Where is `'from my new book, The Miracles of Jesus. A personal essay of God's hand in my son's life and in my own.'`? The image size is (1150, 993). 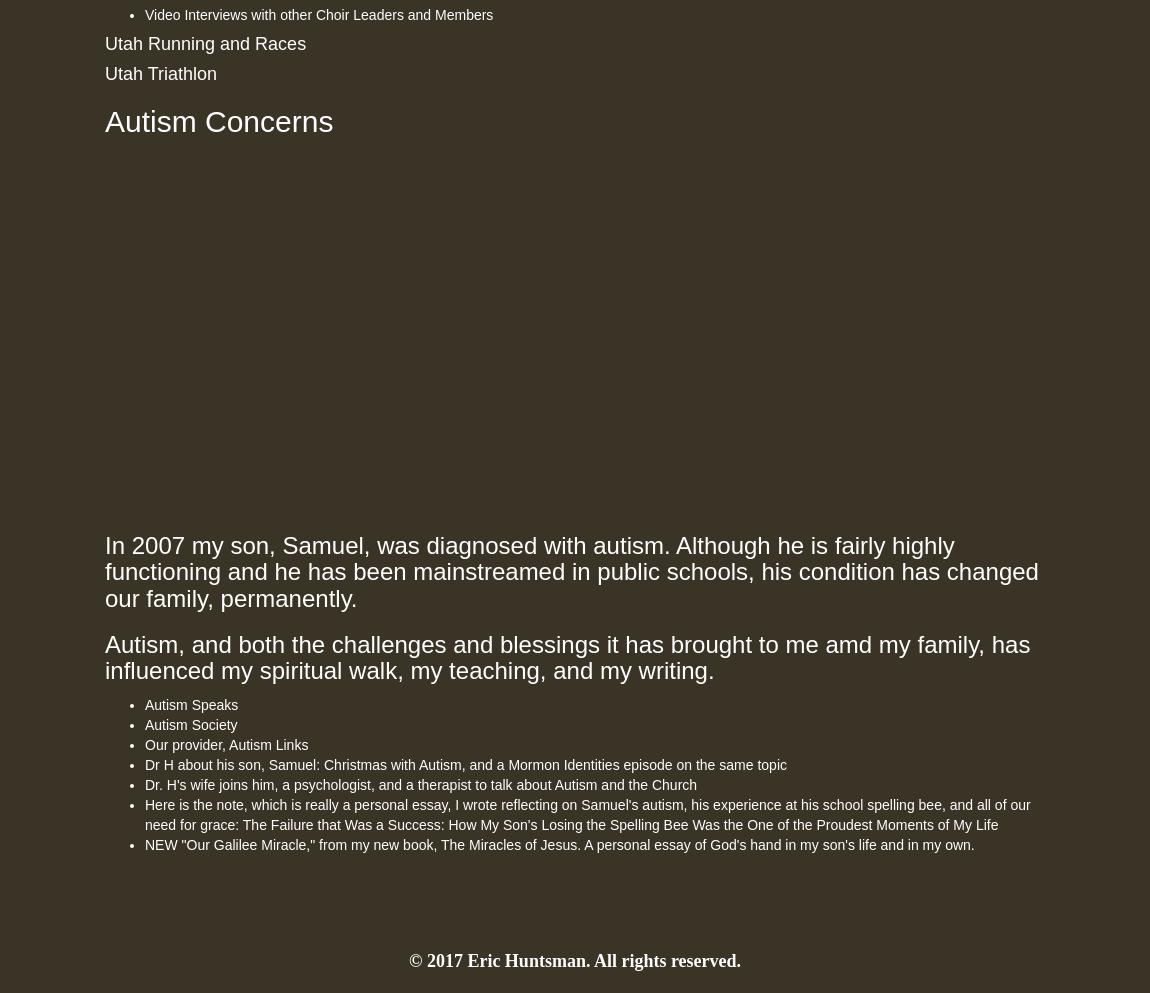 'from my new book, The Miracles of Jesus. A personal essay of God's hand in my son's life and in my own.' is located at coordinates (643, 842).